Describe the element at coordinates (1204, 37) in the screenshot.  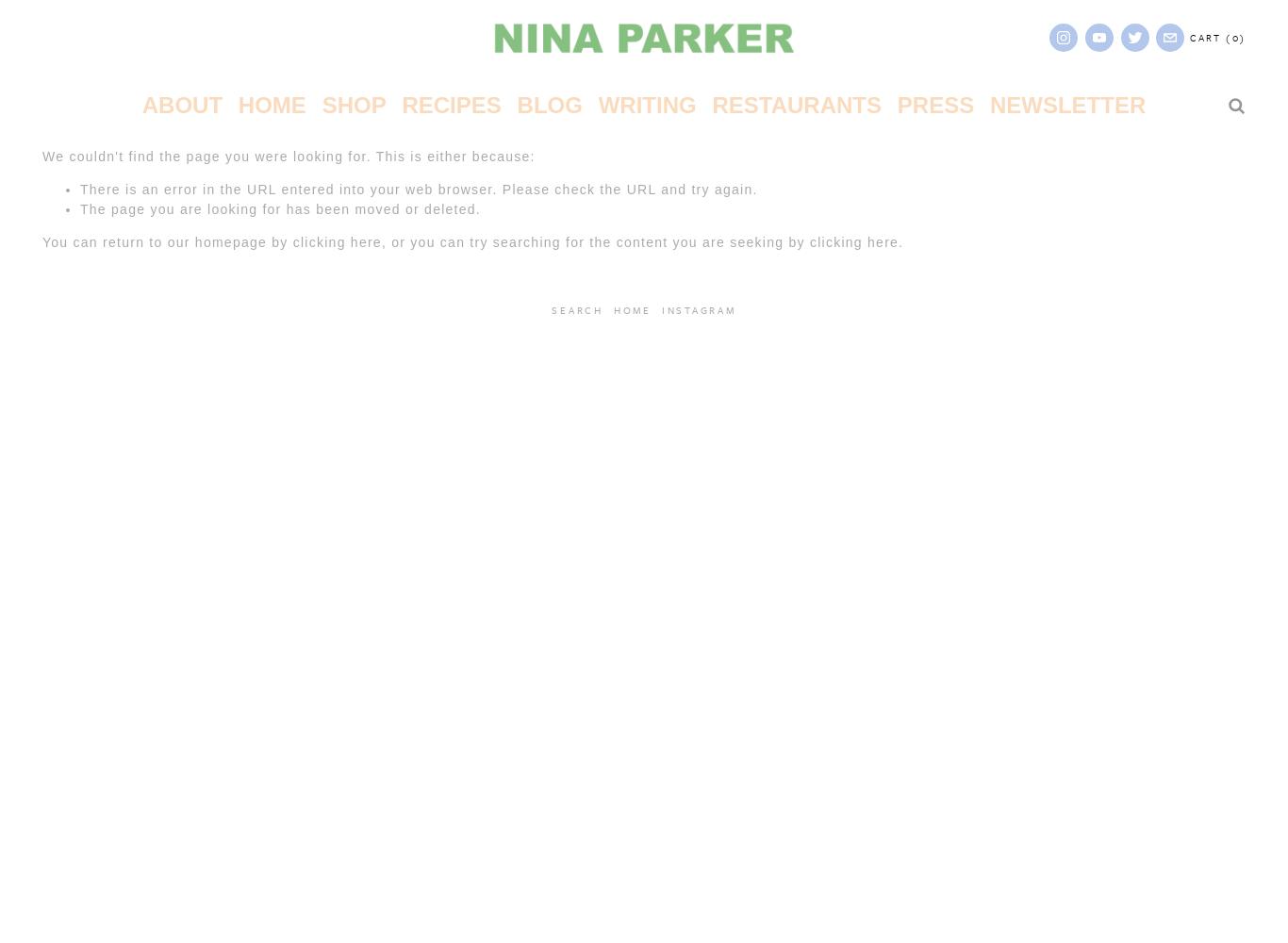
I see `'Cart'` at that location.